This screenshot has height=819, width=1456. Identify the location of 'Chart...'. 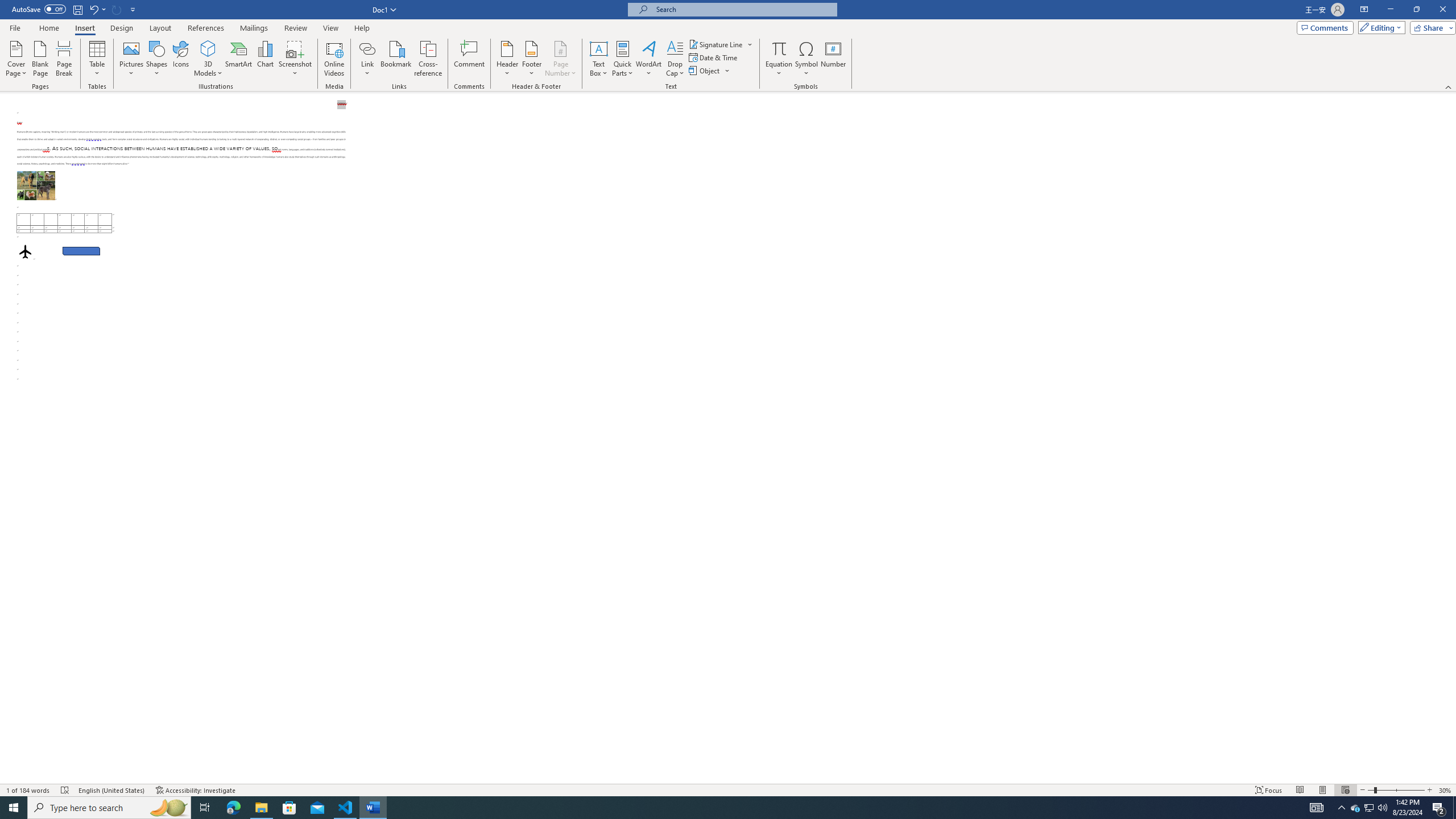
(265, 59).